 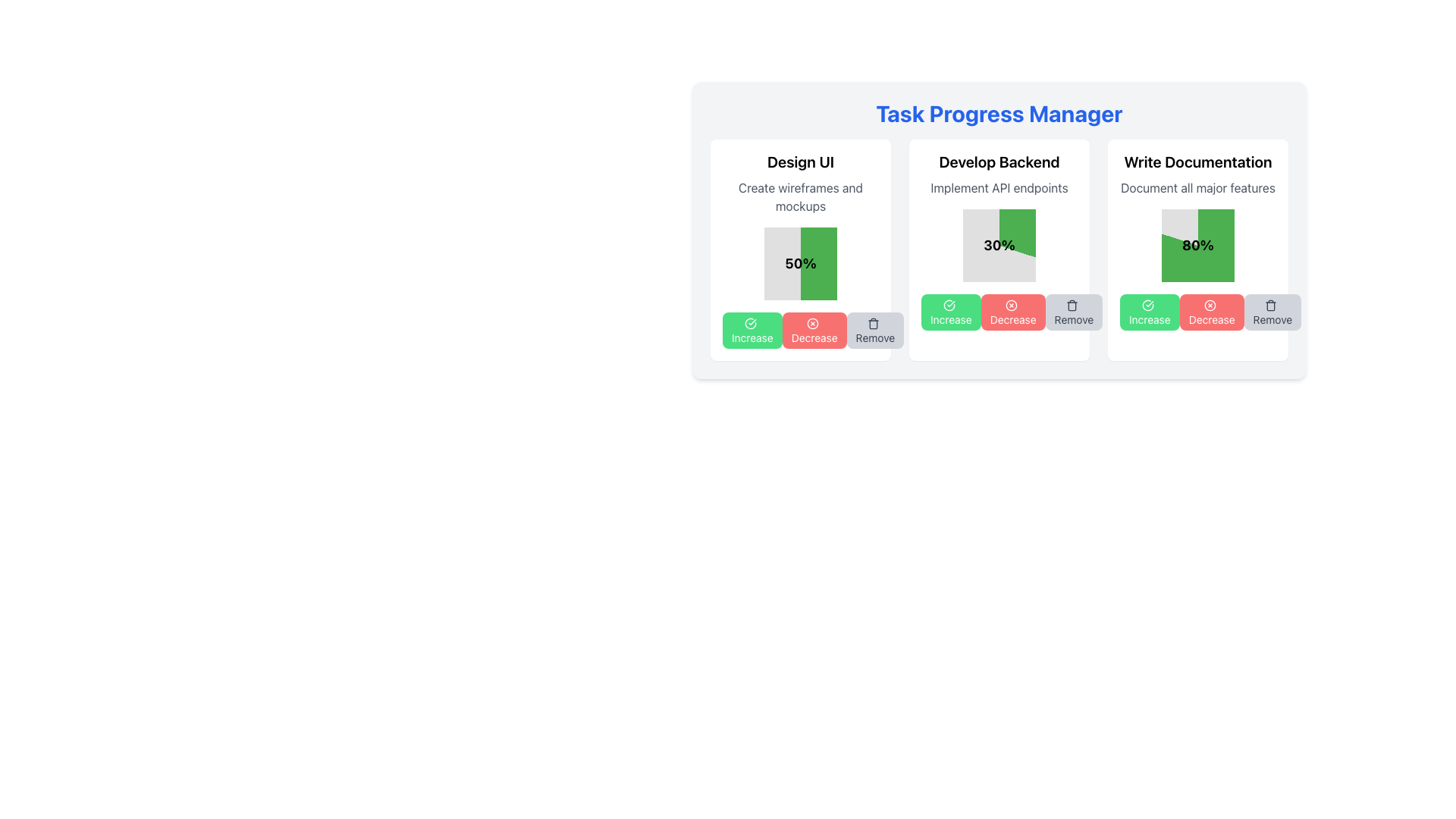 I want to click on the decorative SVG icon inside the green 'Increase' button located in the bottom-left section of the 'Develop Backend' panel in the 'Task Progress Manager' interface, so click(x=949, y=306).